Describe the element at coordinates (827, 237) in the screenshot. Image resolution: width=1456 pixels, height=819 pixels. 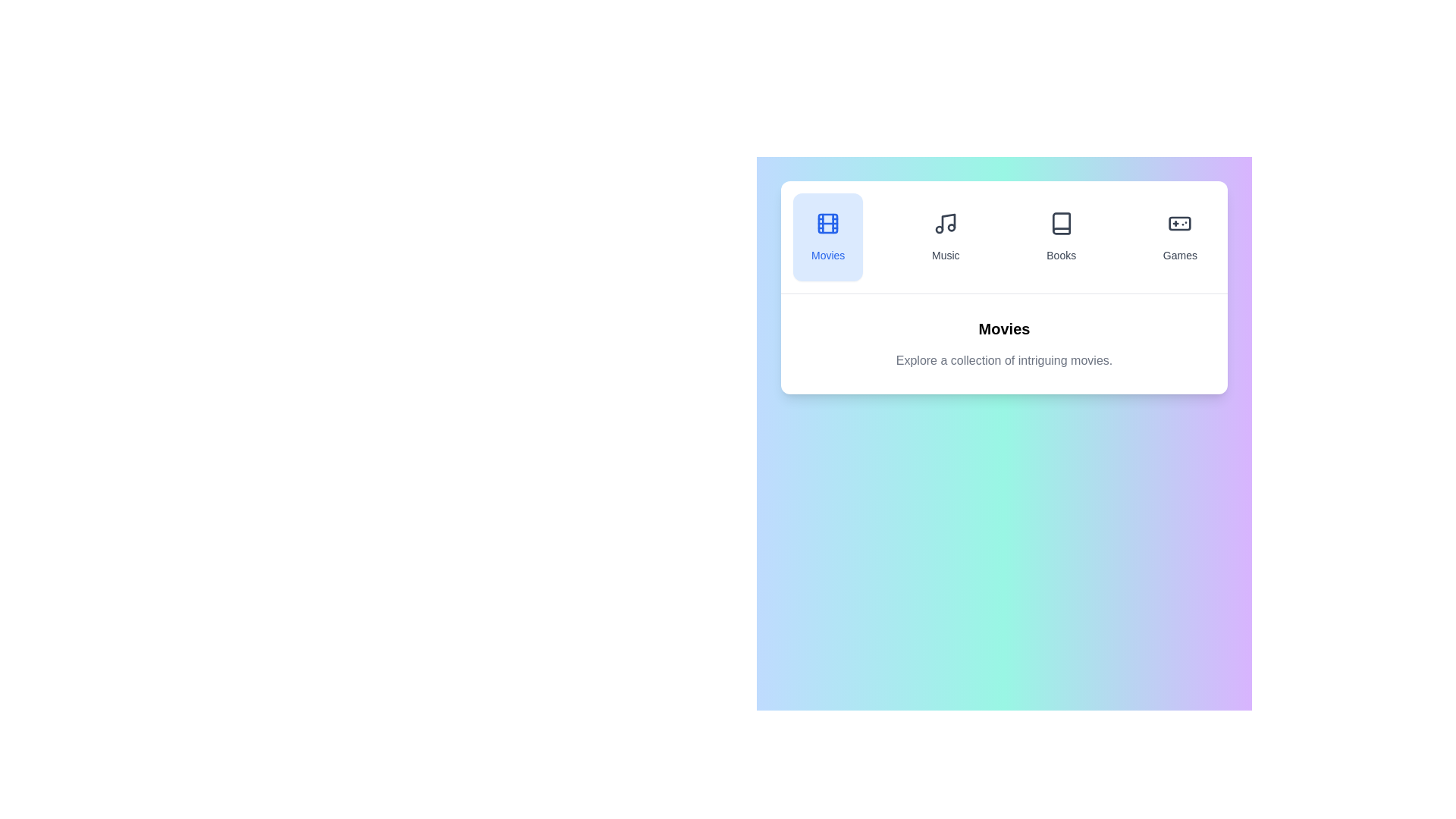
I see `the Movies tab to switch to the respective entertainment category` at that location.